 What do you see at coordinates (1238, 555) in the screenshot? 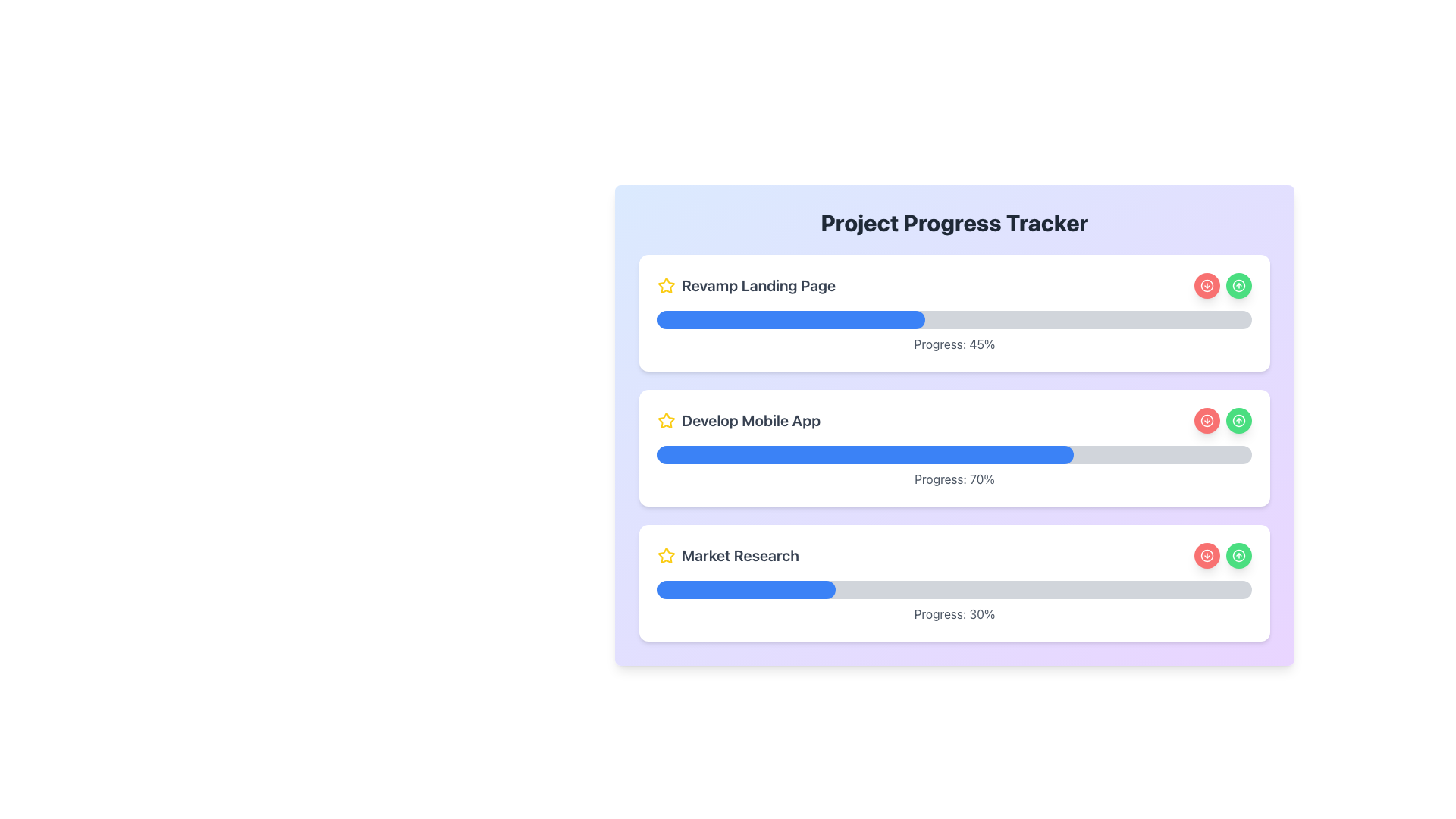
I see `the interactive button located in the bottom-right corner of the 'Market Research' progress card` at bounding box center [1238, 555].